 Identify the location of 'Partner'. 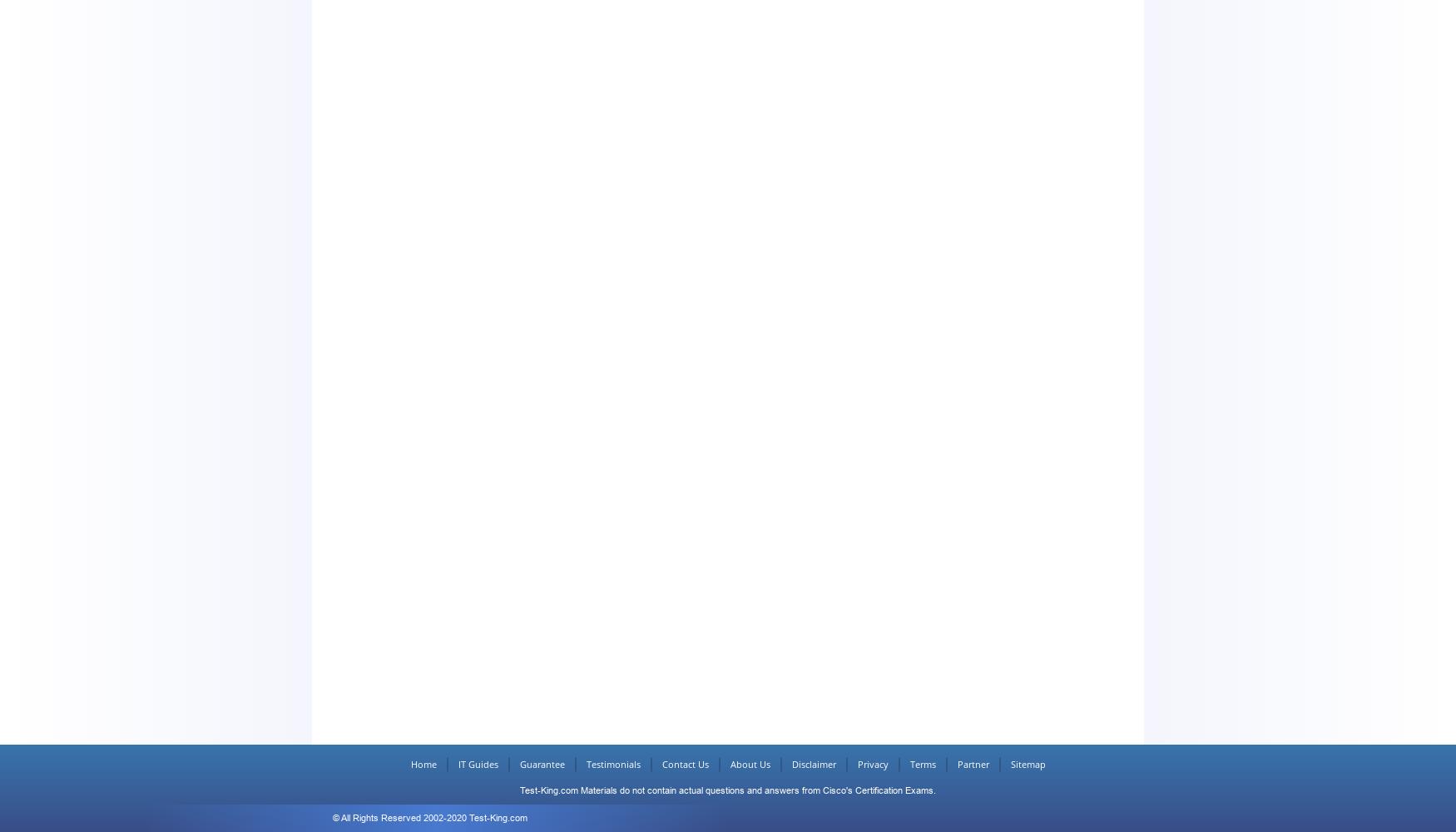
(972, 764).